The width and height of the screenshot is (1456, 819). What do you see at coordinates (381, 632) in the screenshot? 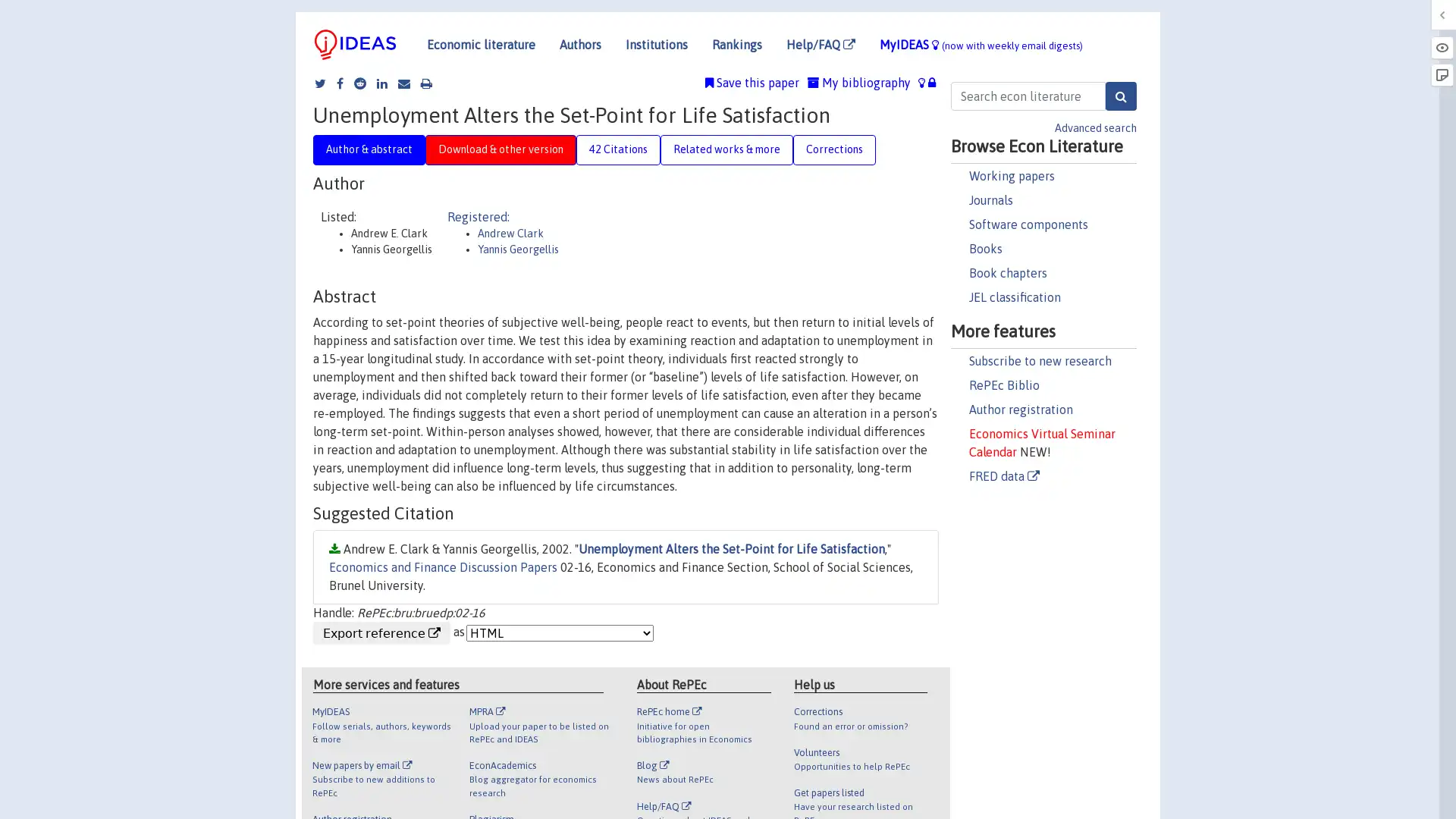
I see `Export reference` at bounding box center [381, 632].